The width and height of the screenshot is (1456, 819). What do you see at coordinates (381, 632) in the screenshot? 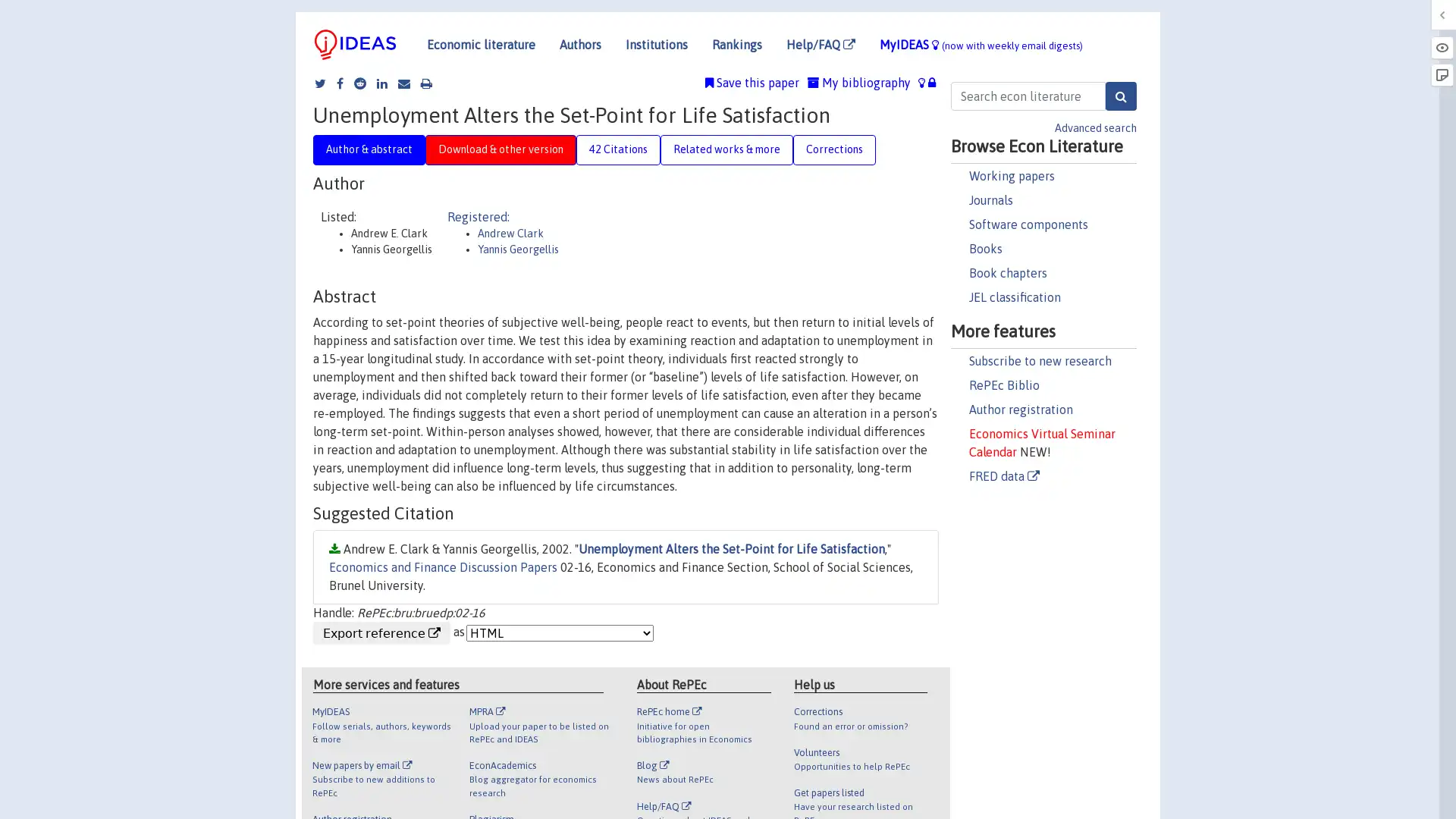
I see `Export reference` at bounding box center [381, 632].